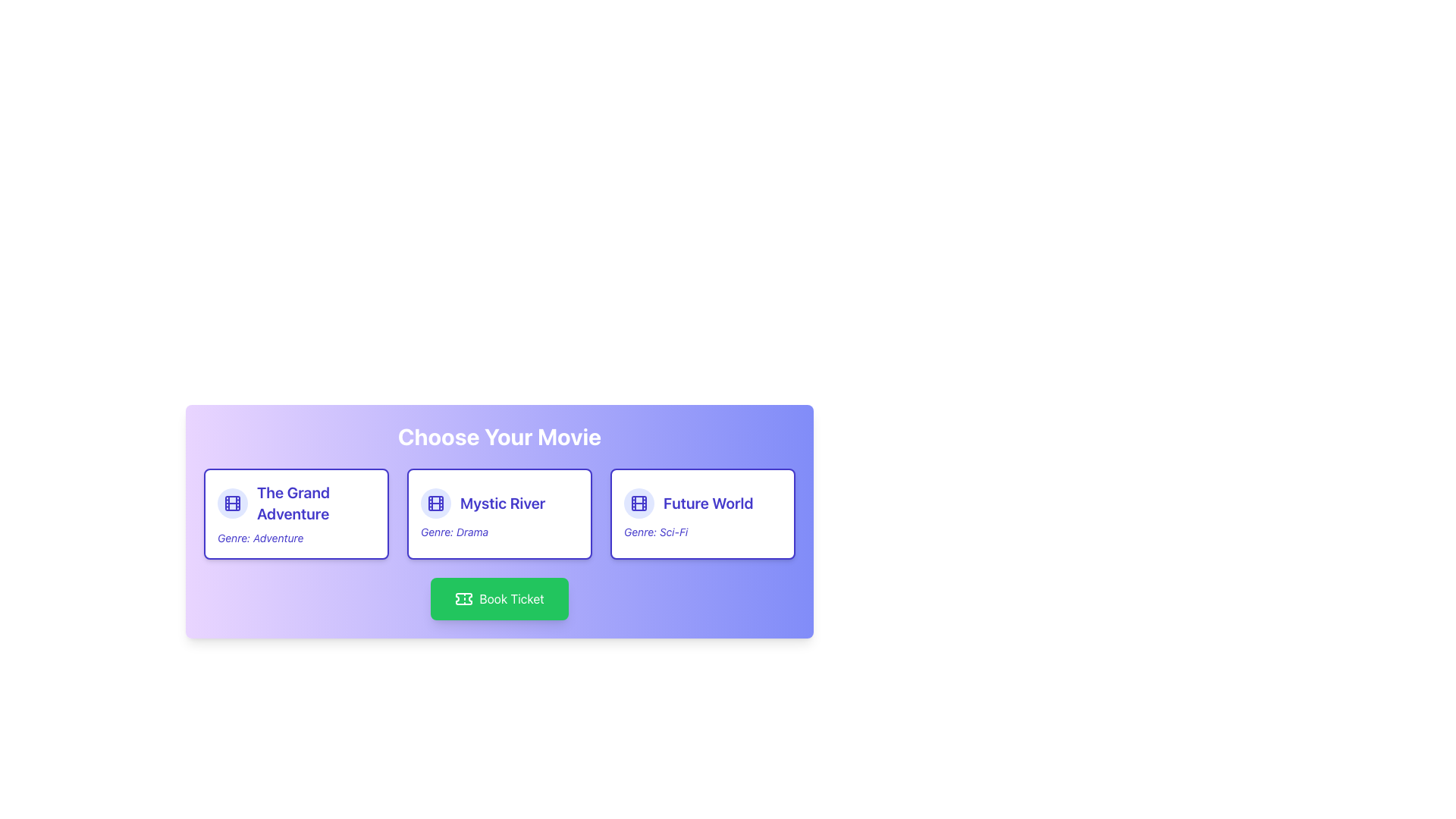 The width and height of the screenshot is (1456, 819). I want to click on displayed title of the movie 'Future World' located in the bottom-right section of the interface, part of a selectable card layout, so click(708, 503).